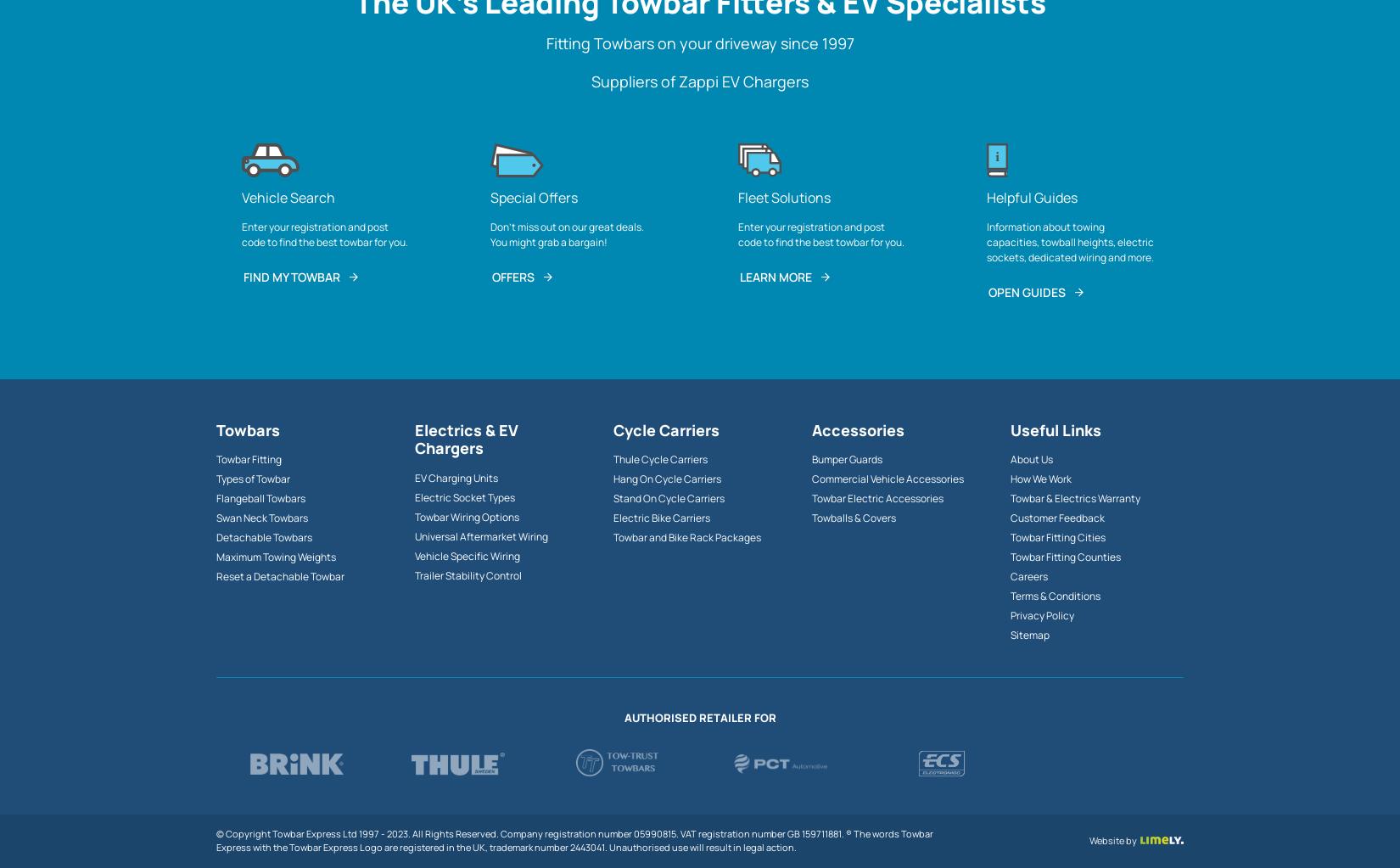 The height and width of the screenshot is (868, 1400). I want to click on 'Useful Links', so click(1010, 428).